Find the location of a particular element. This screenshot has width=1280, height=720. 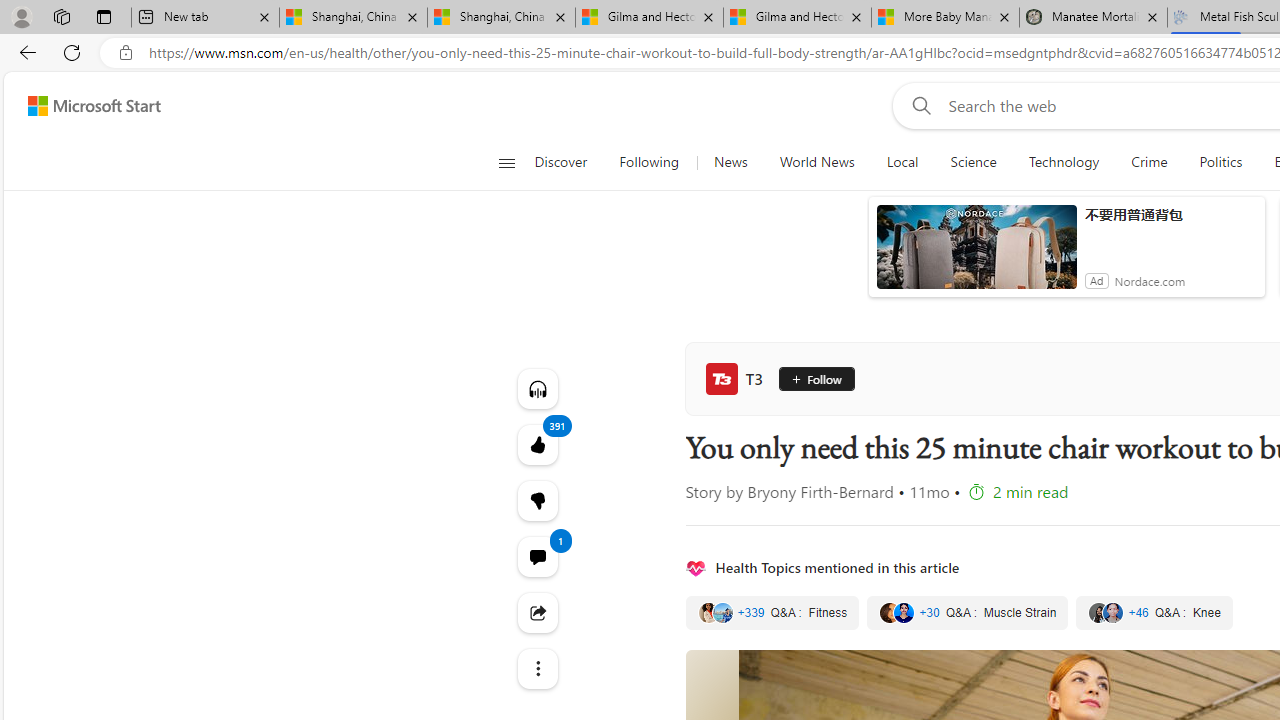

'News' is located at coordinates (729, 162).